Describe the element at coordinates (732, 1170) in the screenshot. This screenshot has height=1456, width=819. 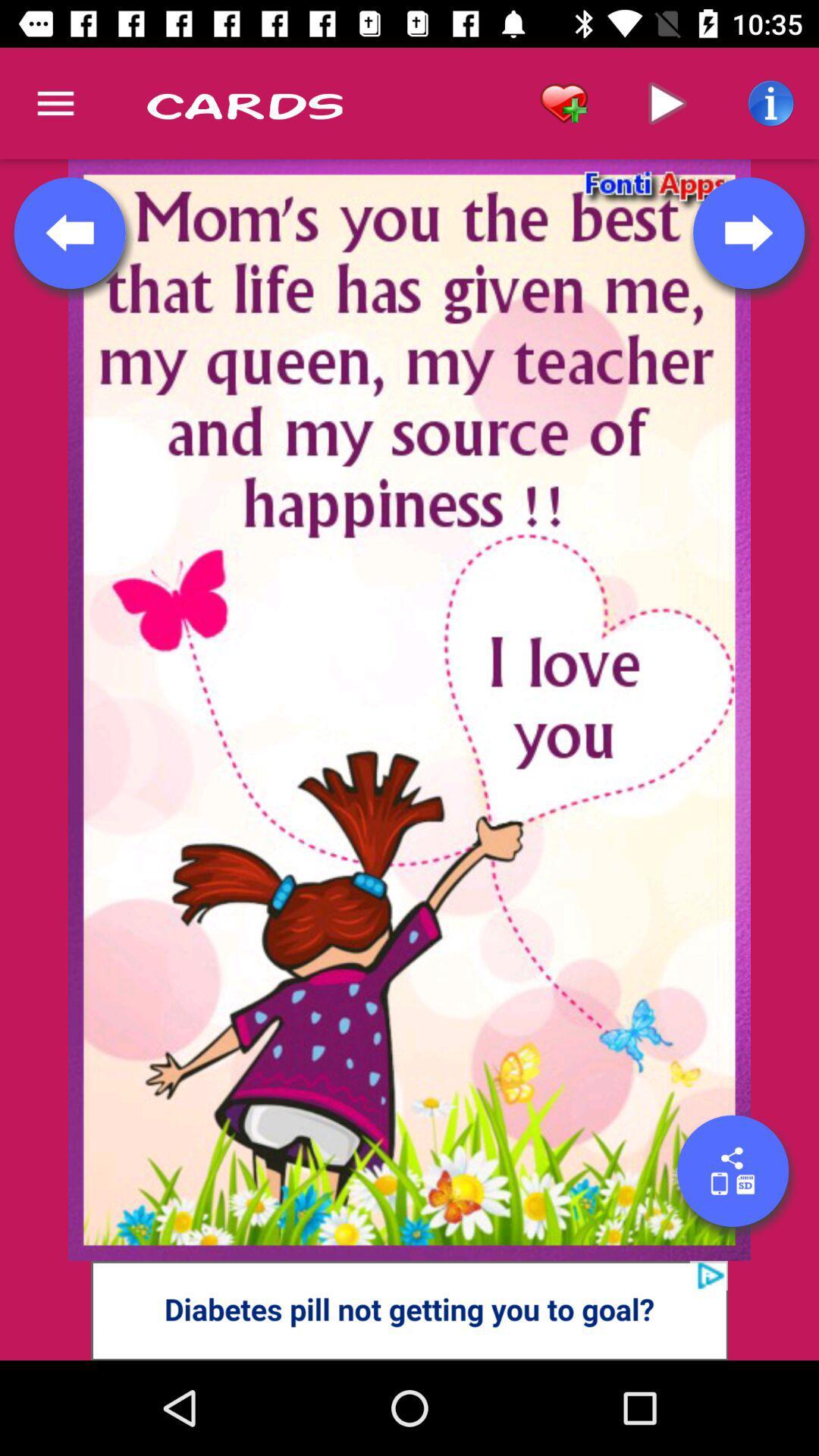
I see `share button` at that location.